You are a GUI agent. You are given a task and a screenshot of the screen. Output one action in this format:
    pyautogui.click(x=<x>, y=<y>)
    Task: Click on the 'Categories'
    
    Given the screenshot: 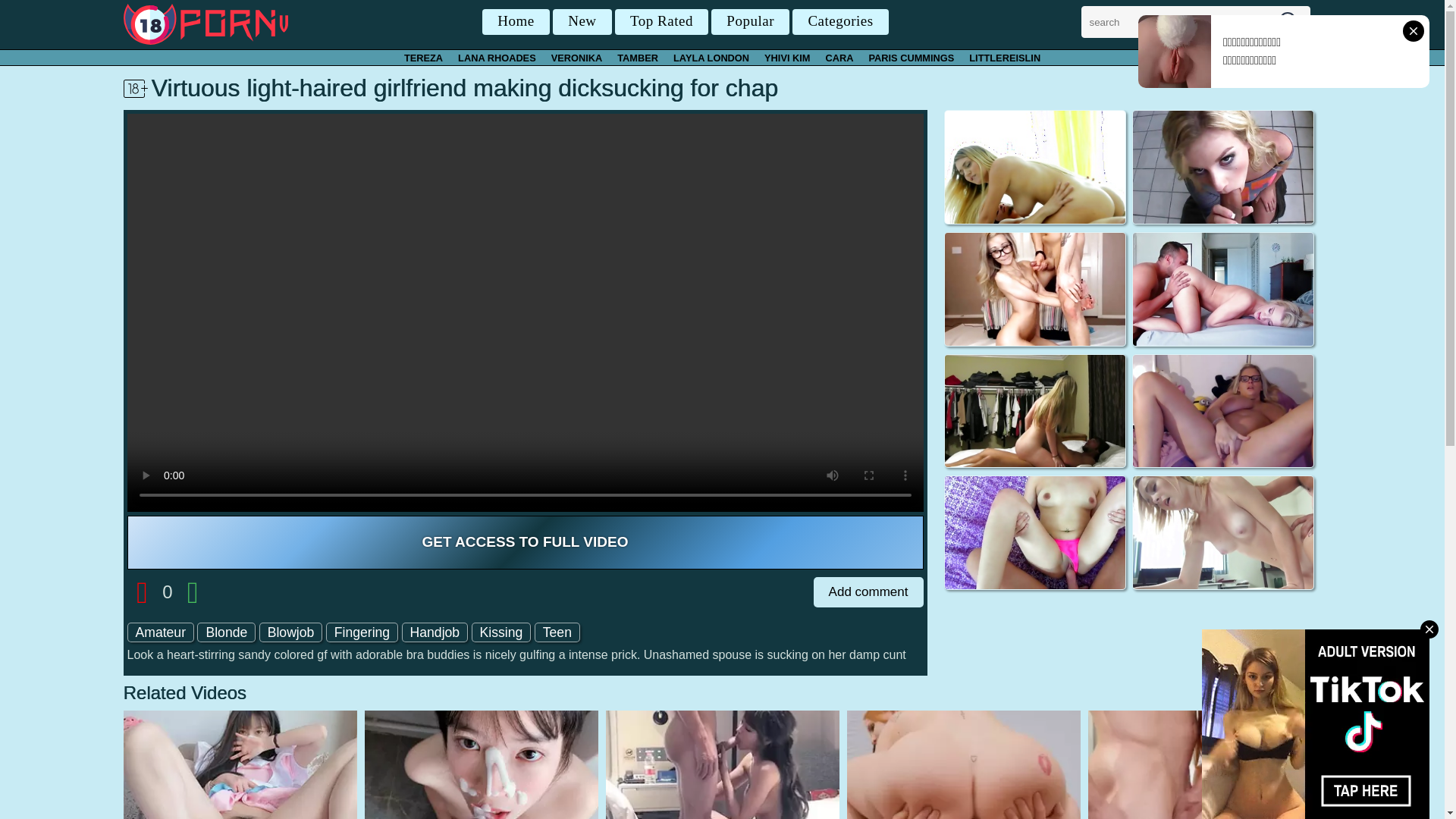 What is the action you would take?
    pyautogui.click(x=839, y=22)
    